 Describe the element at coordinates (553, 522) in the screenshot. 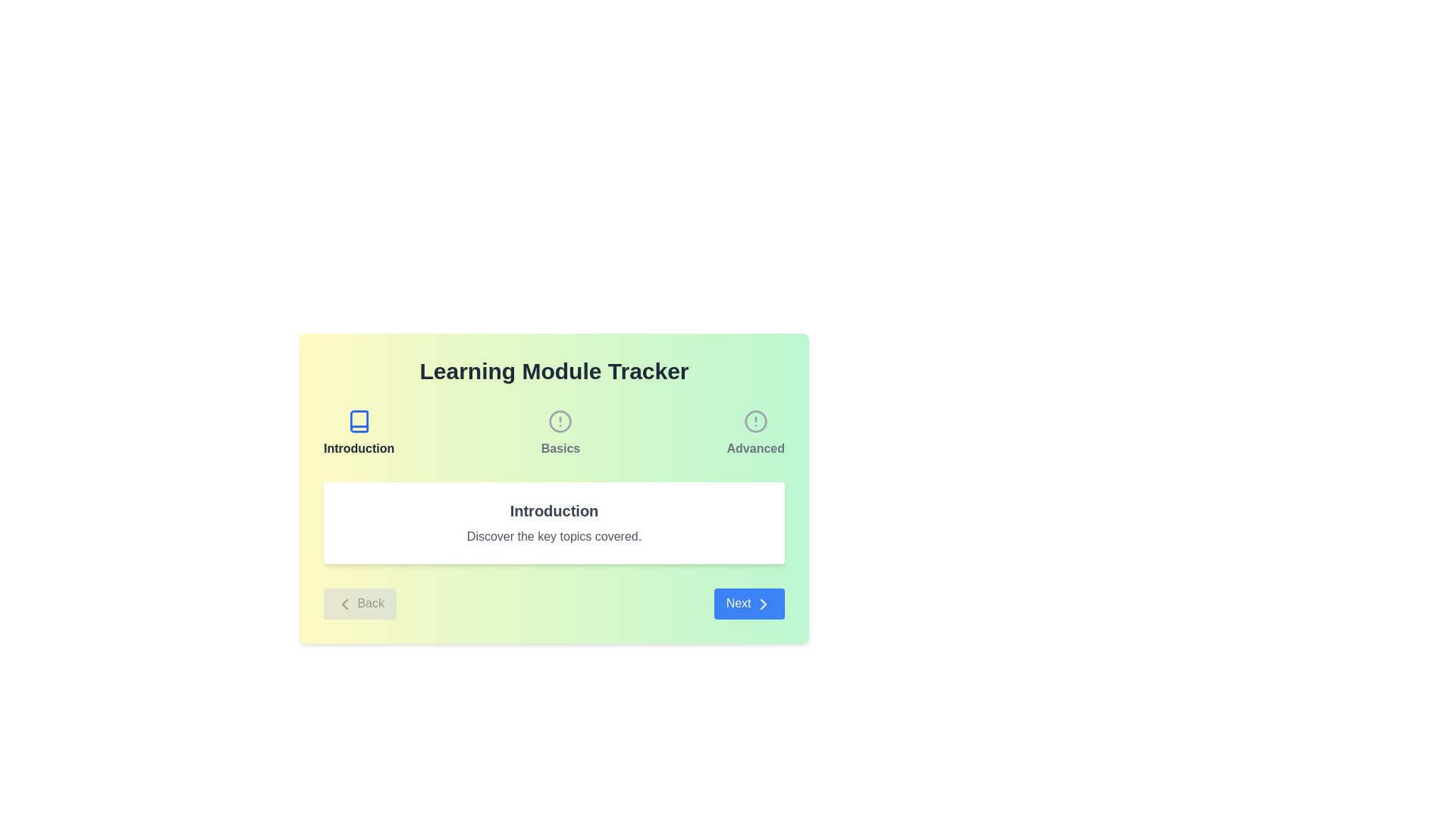

I see `text within the Informational Card located below the 'Learning Module Tracker' header, which introduces the 'Introduction' section of the learning module` at that location.